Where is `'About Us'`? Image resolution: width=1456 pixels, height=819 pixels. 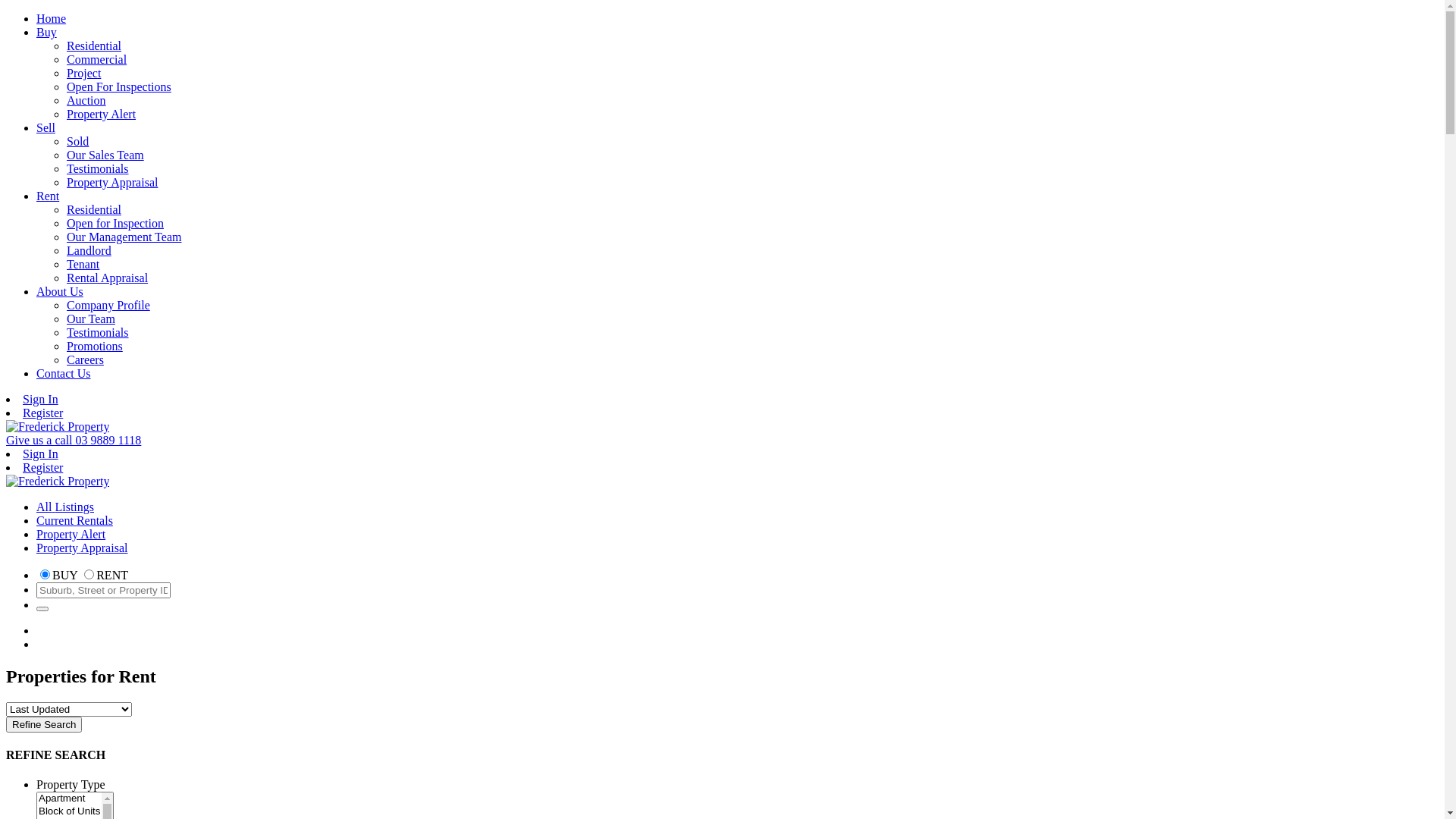 'About Us' is located at coordinates (59, 291).